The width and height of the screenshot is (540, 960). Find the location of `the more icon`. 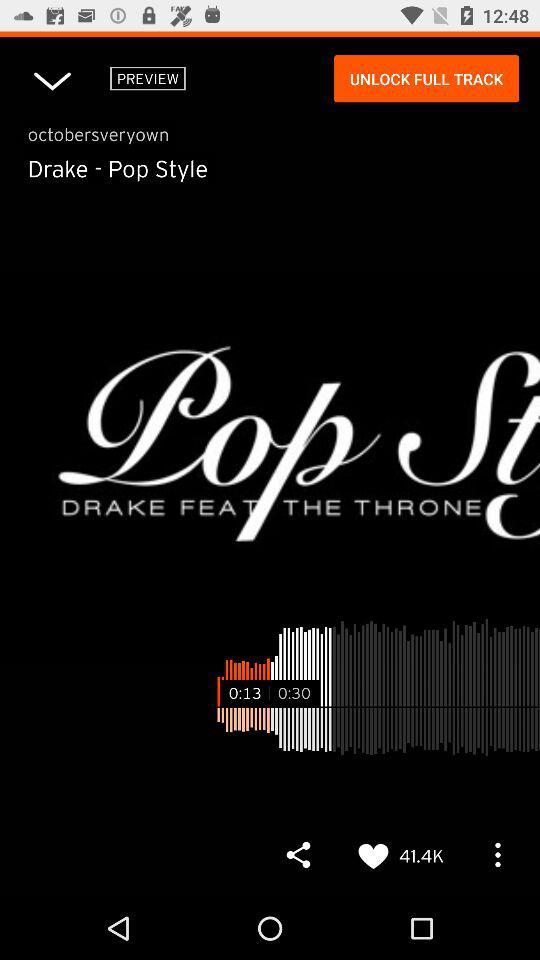

the more icon is located at coordinates (496, 853).